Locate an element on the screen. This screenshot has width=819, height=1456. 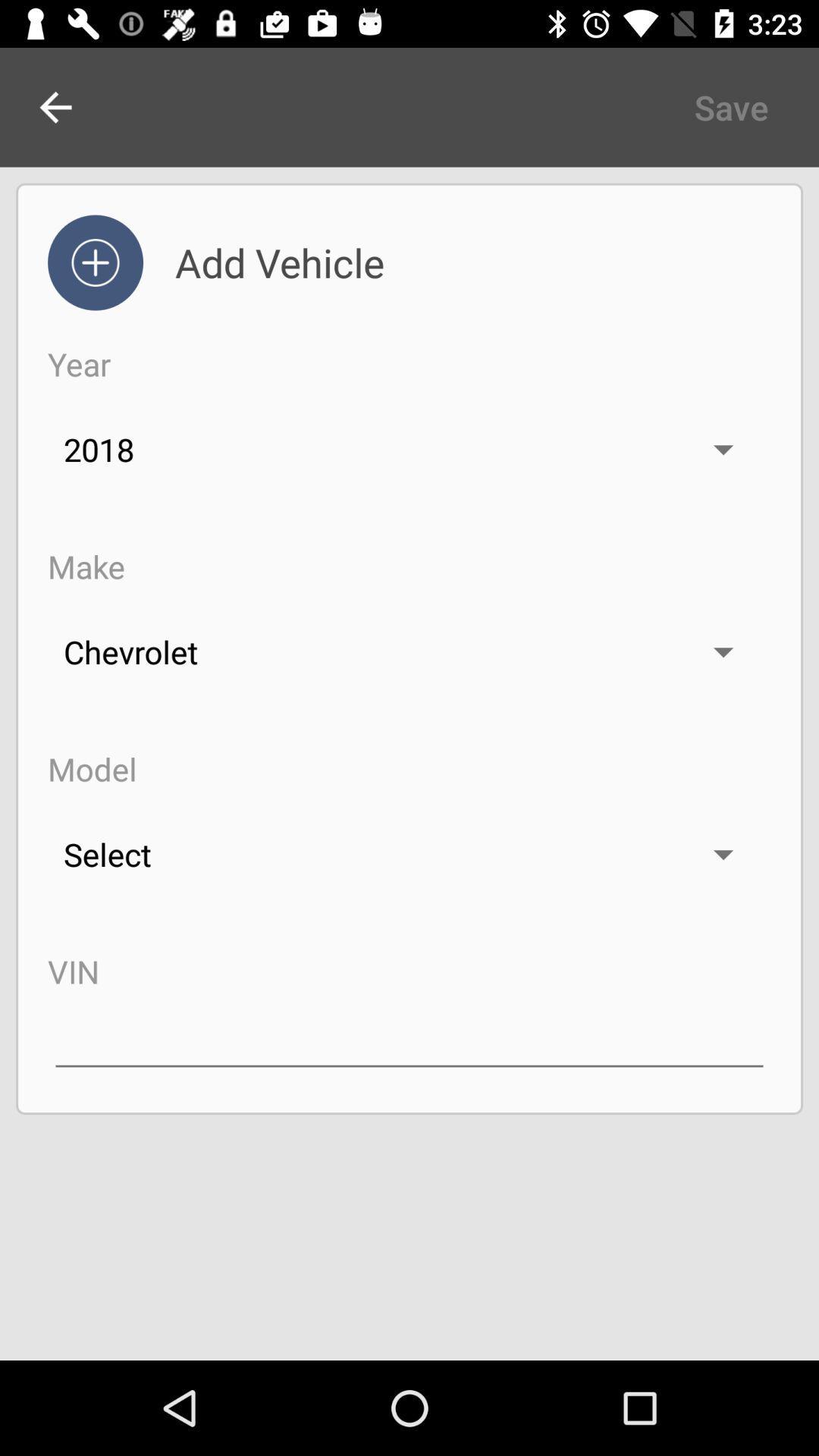
the arrow_backward icon is located at coordinates (55, 106).